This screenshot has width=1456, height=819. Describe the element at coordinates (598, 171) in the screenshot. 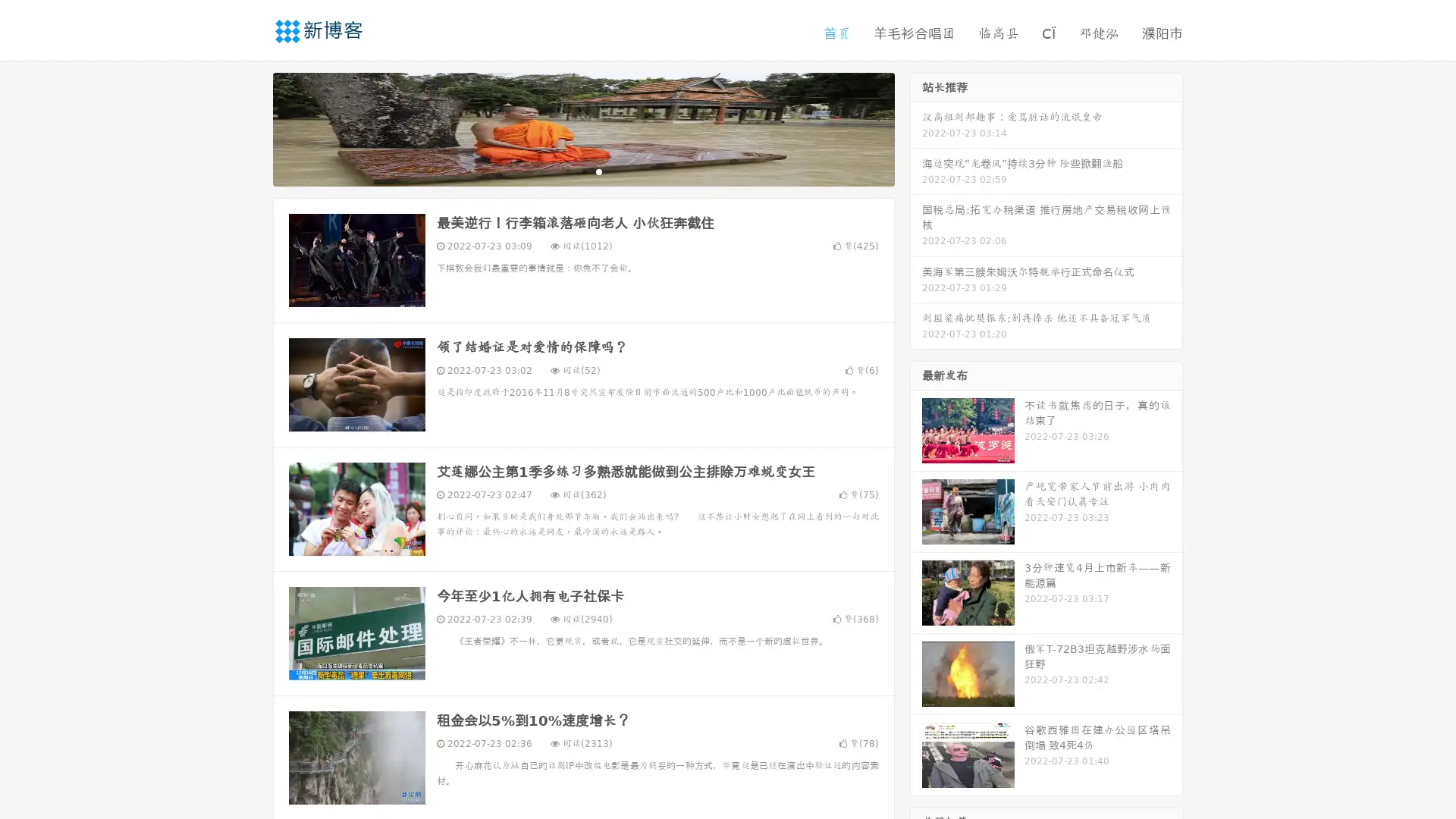

I see `Go to slide 3` at that location.